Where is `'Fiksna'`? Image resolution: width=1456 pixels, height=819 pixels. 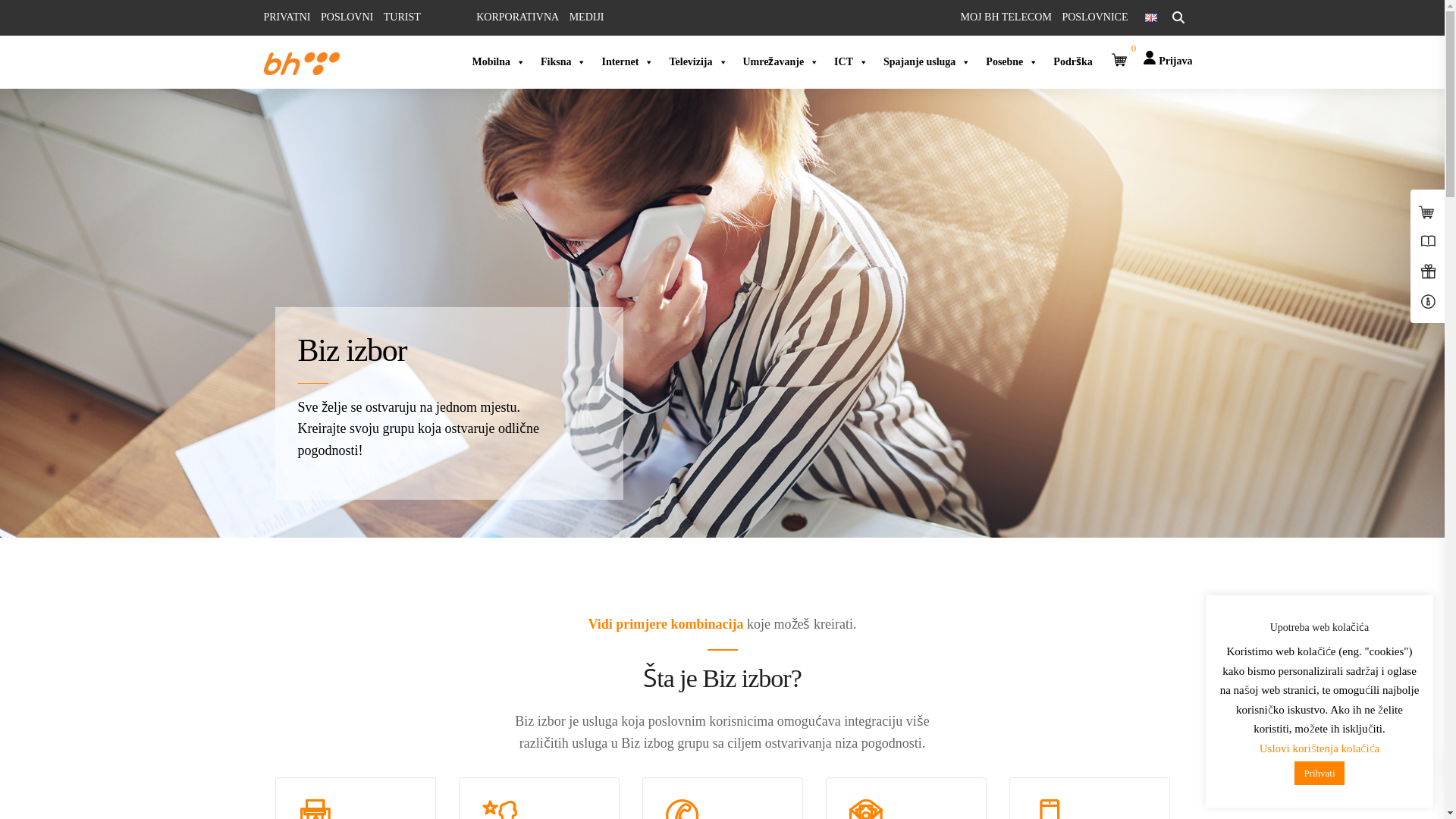 'Fiksna' is located at coordinates (563, 61).